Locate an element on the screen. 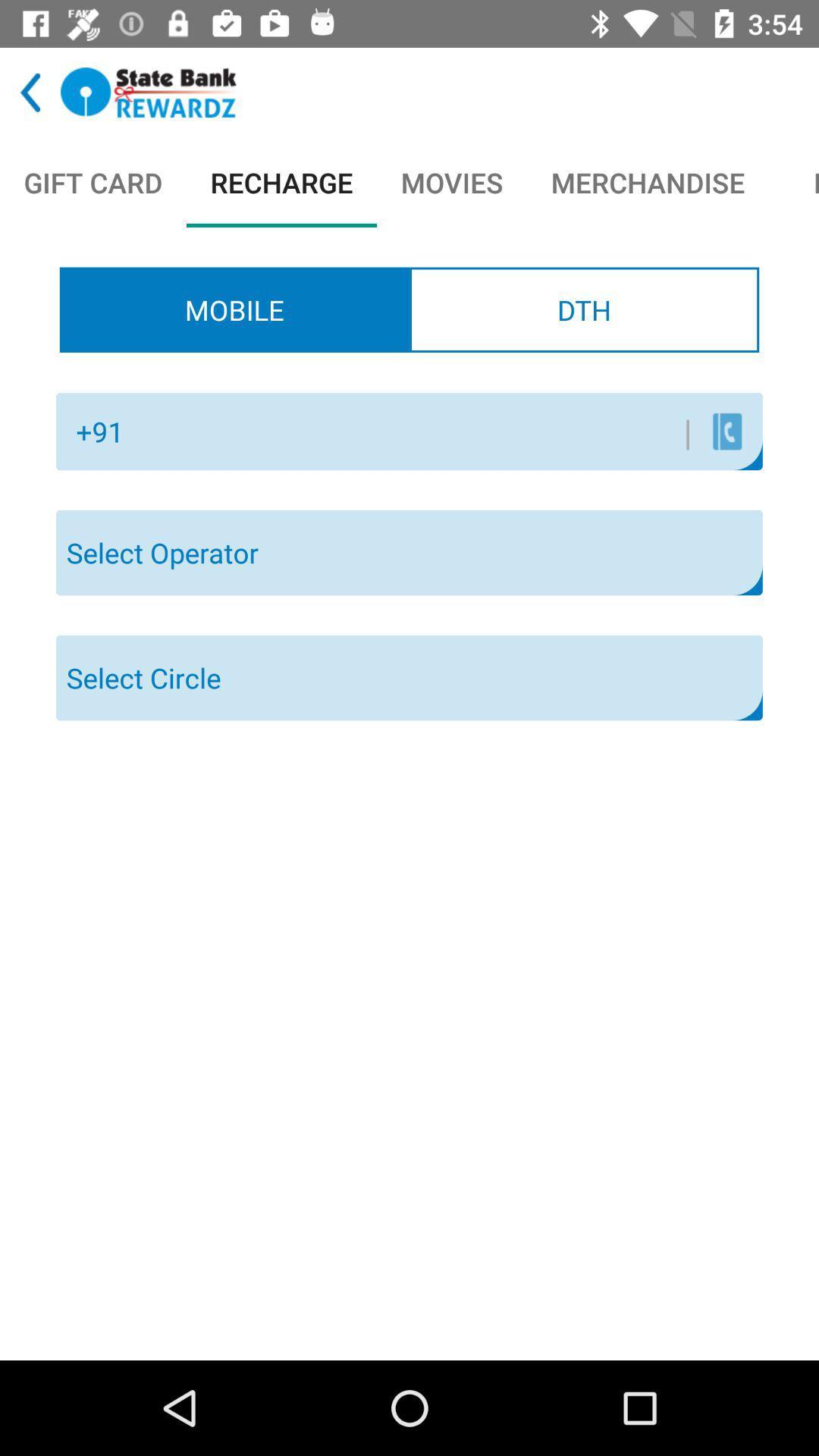 The image size is (819, 1456). the mobile button below the recharge is located at coordinates (234, 309).